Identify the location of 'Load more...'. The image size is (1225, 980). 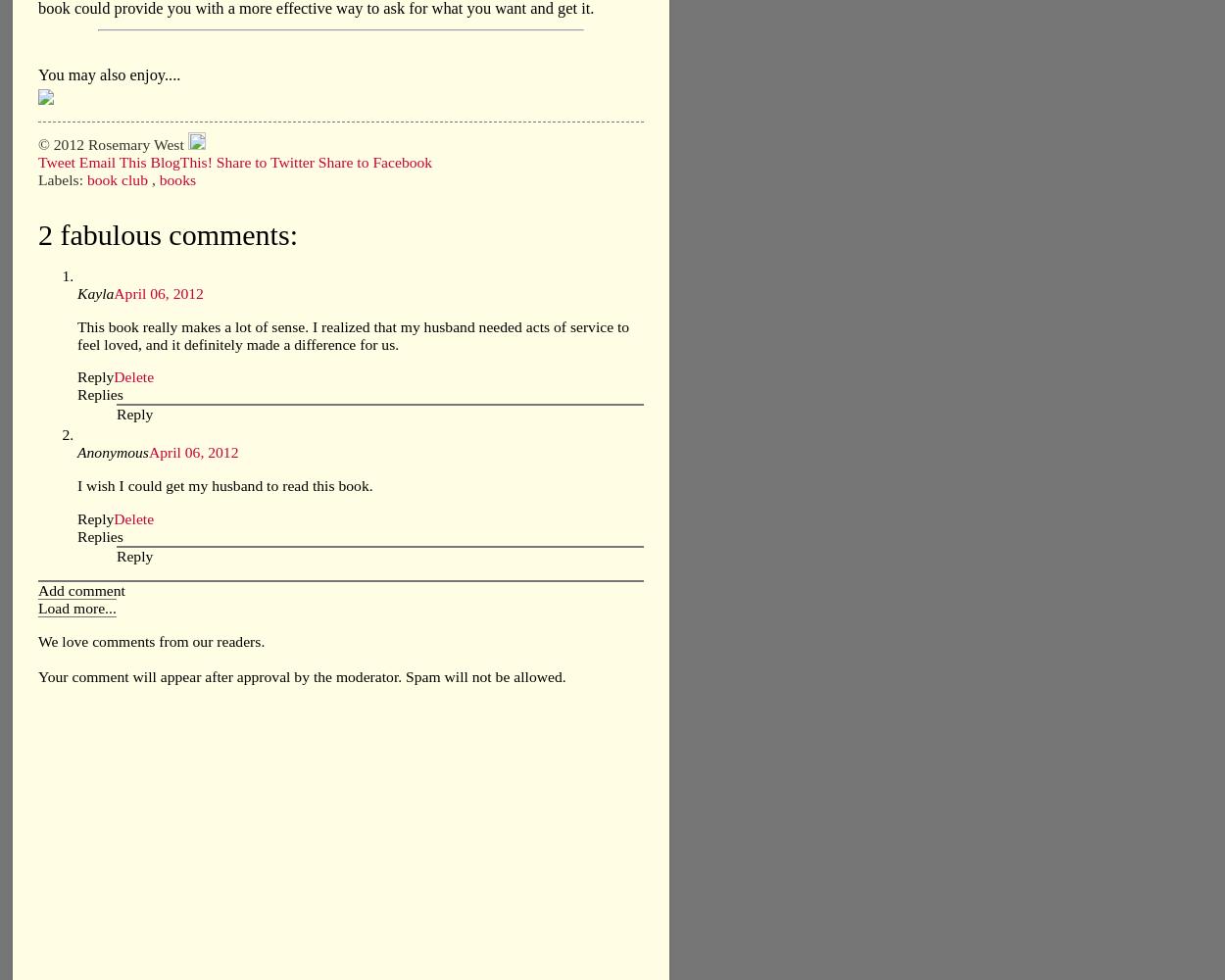
(75, 607).